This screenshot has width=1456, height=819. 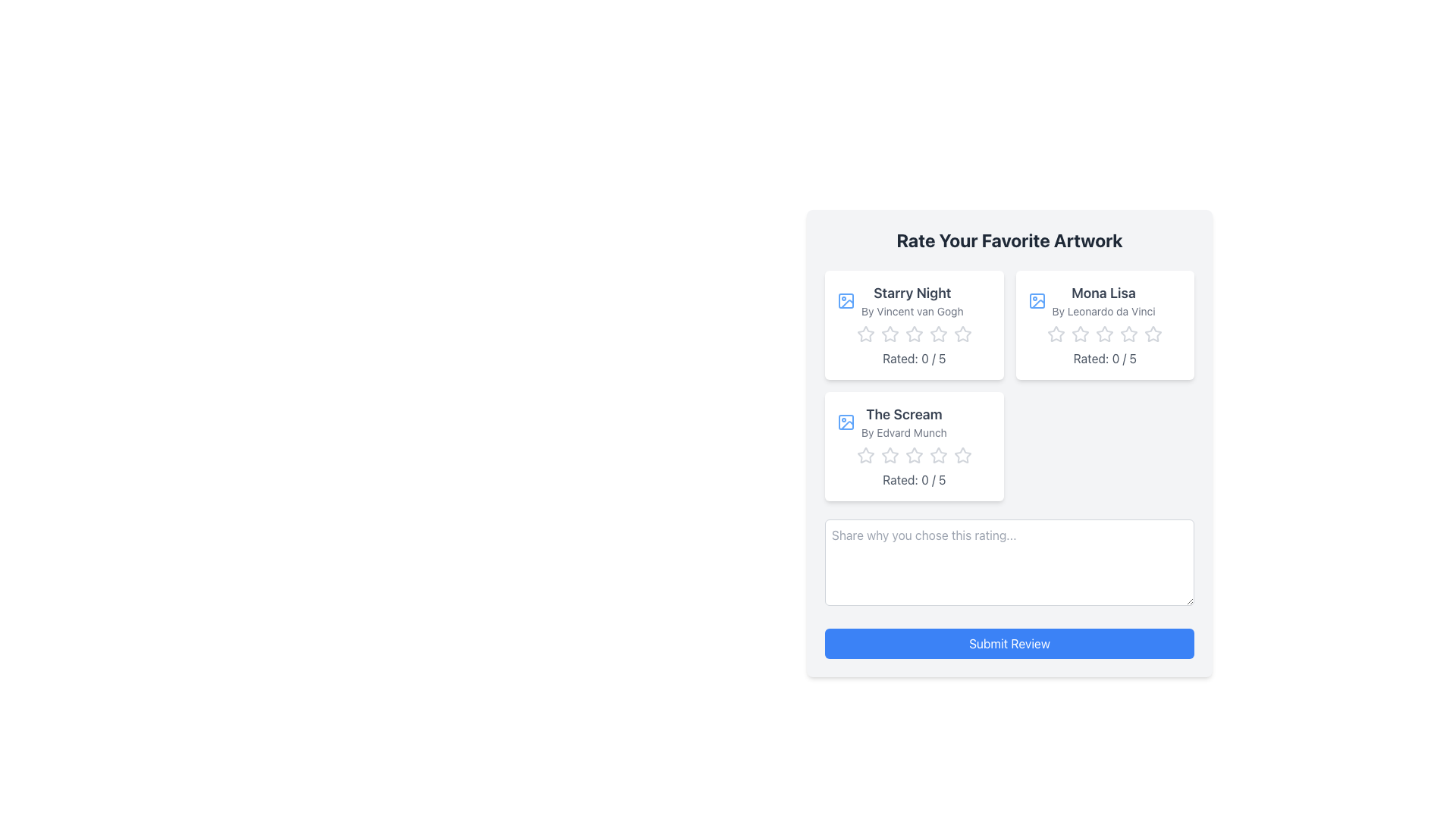 What do you see at coordinates (913, 333) in the screenshot?
I see `the rating stars group under the title 'Starry Night' by 'Vincent van Gogh'` at bounding box center [913, 333].